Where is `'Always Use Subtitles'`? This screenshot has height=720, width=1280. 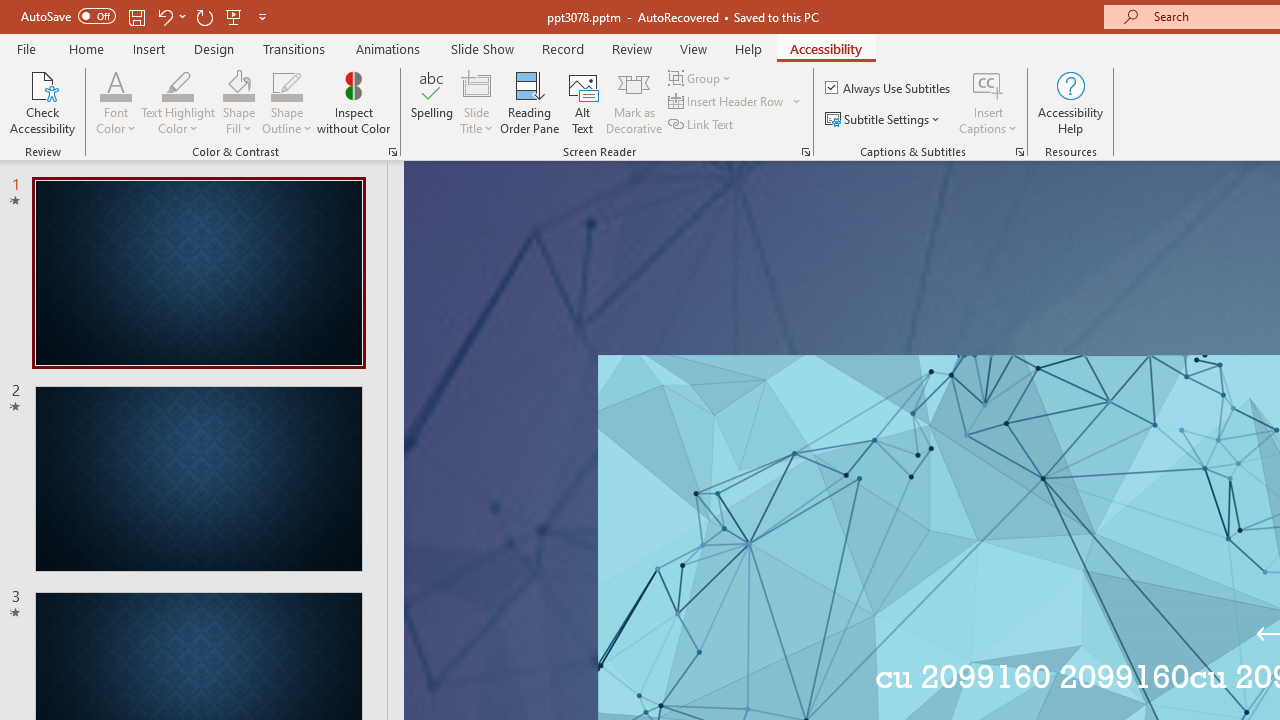 'Always Use Subtitles' is located at coordinates (888, 86).